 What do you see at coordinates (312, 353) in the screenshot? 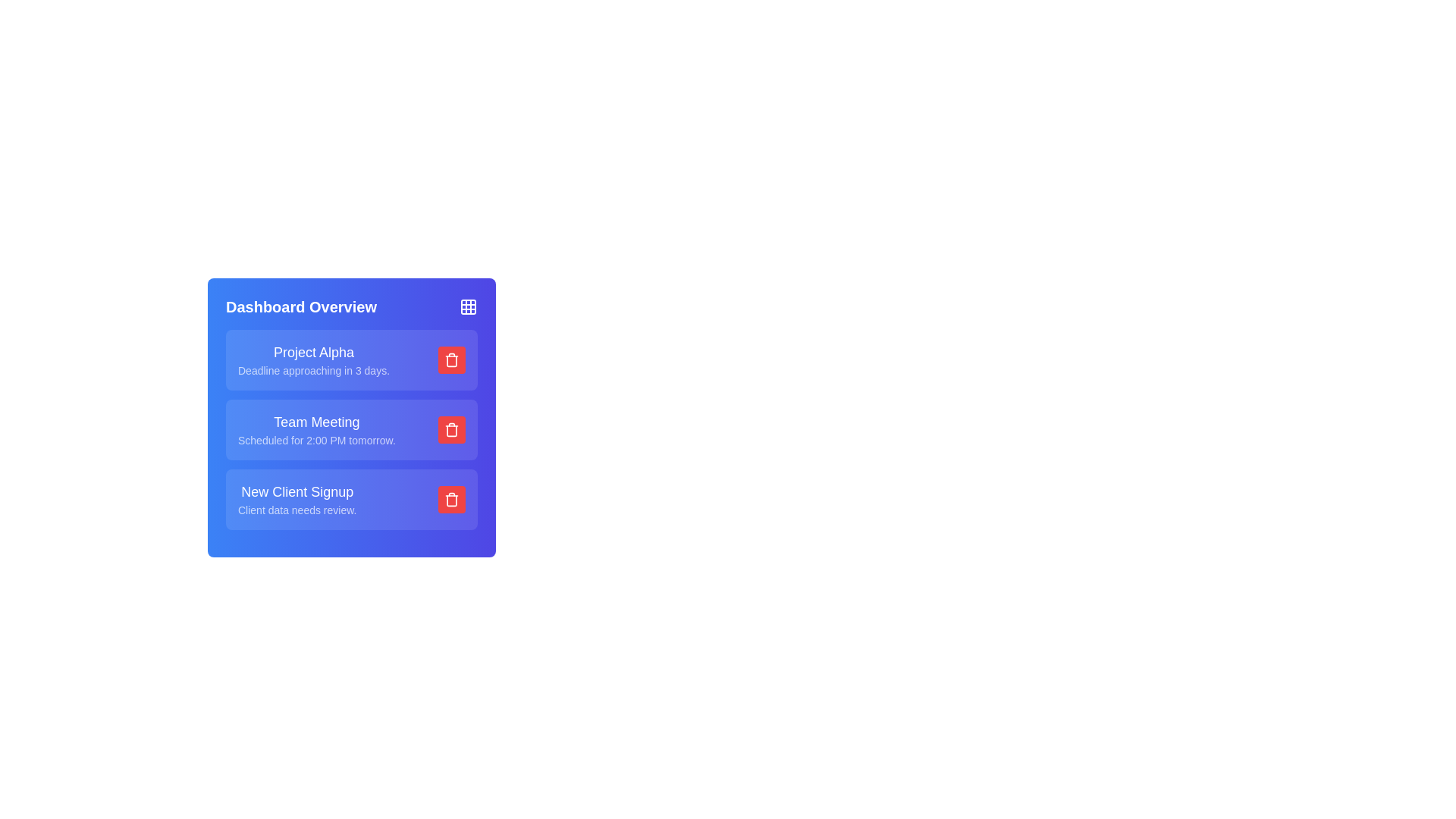
I see `the text label 'Project Alpha', which is displayed in bold white font against a blue background, located at the top of a vertical list inside a blue dashboard card` at bounding box center [312, 353].